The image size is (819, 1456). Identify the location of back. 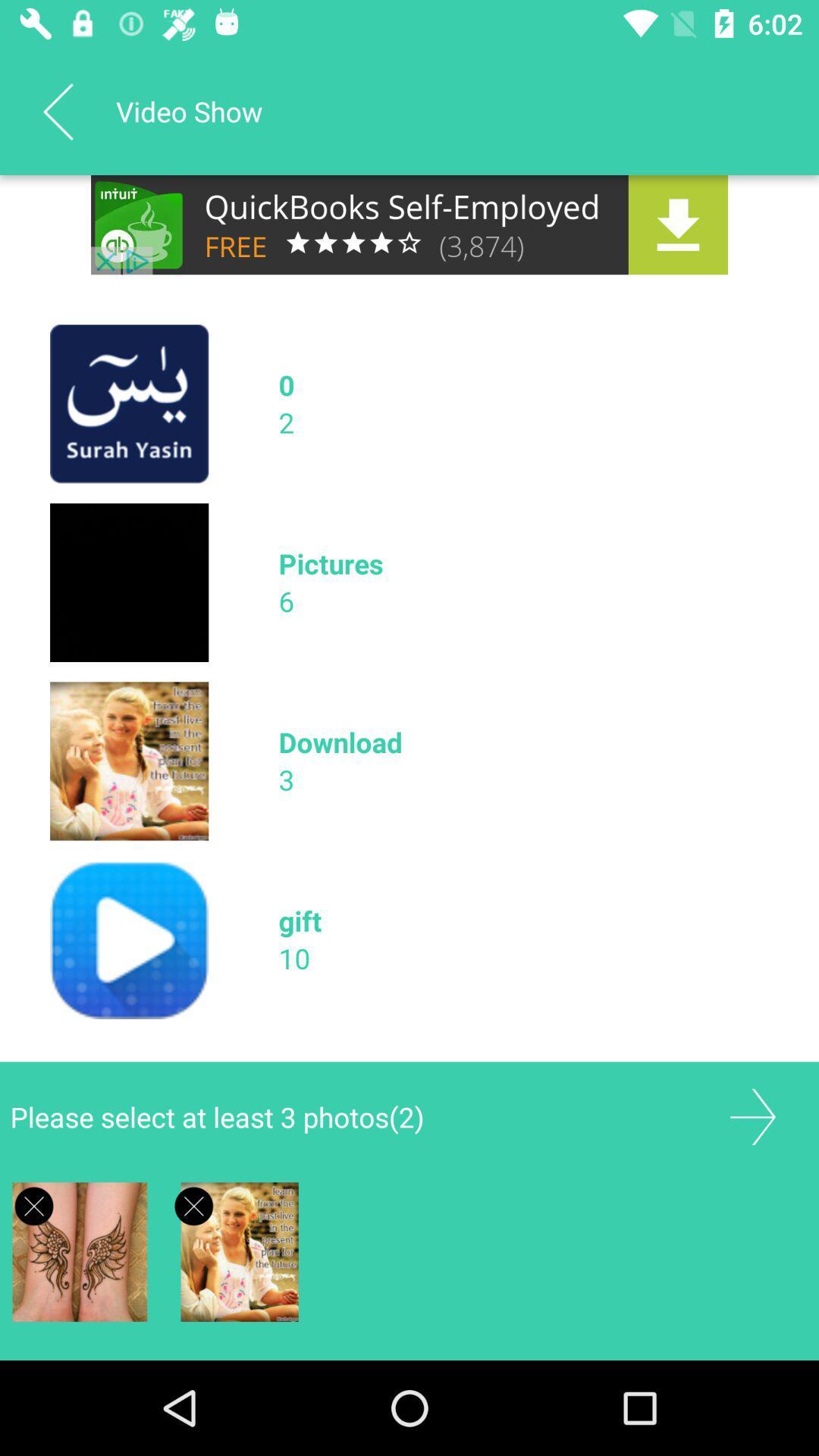
(57, 111).